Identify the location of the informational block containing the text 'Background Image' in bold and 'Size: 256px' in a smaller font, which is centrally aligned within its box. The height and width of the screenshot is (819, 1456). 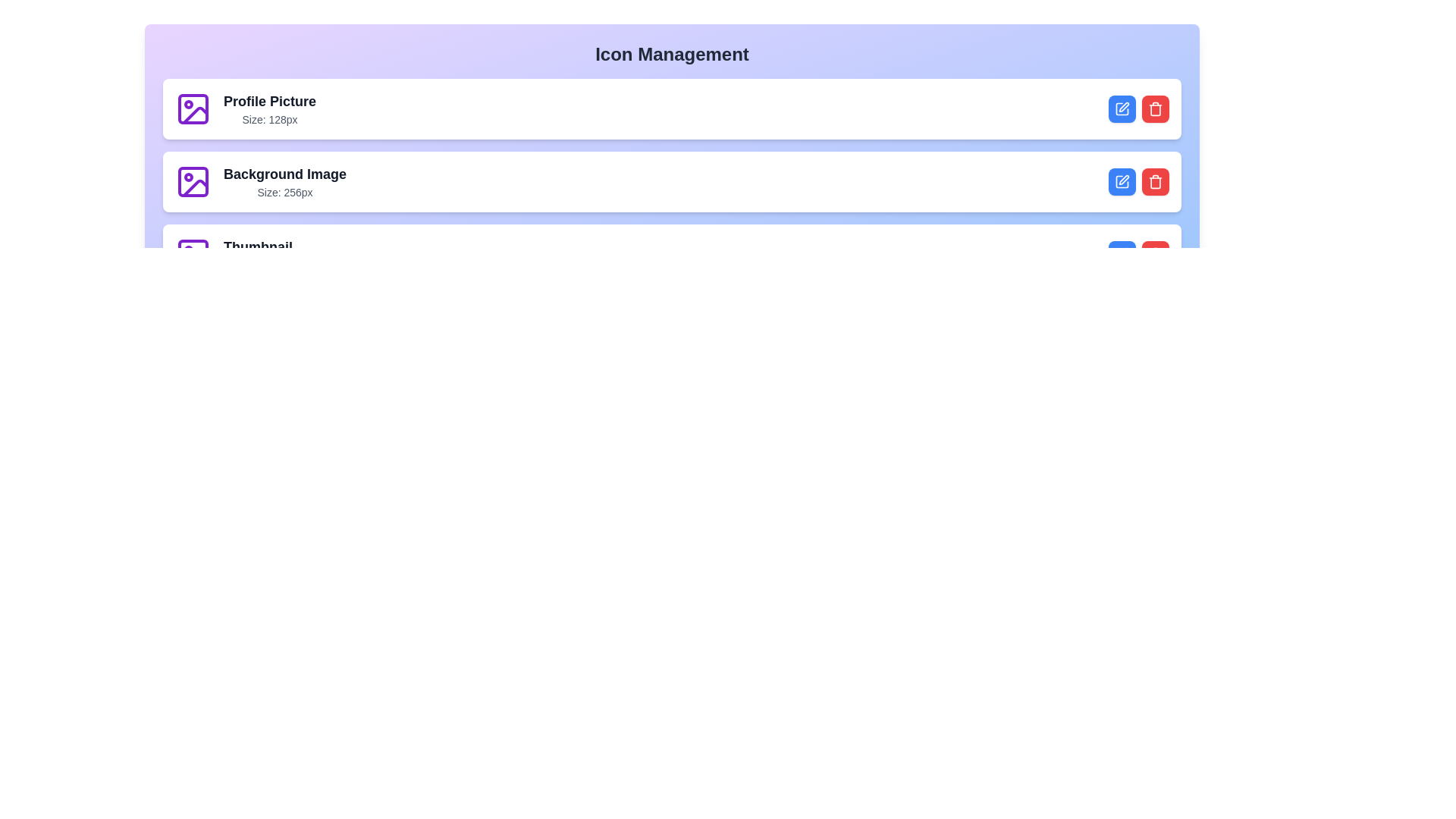
(284, 180).